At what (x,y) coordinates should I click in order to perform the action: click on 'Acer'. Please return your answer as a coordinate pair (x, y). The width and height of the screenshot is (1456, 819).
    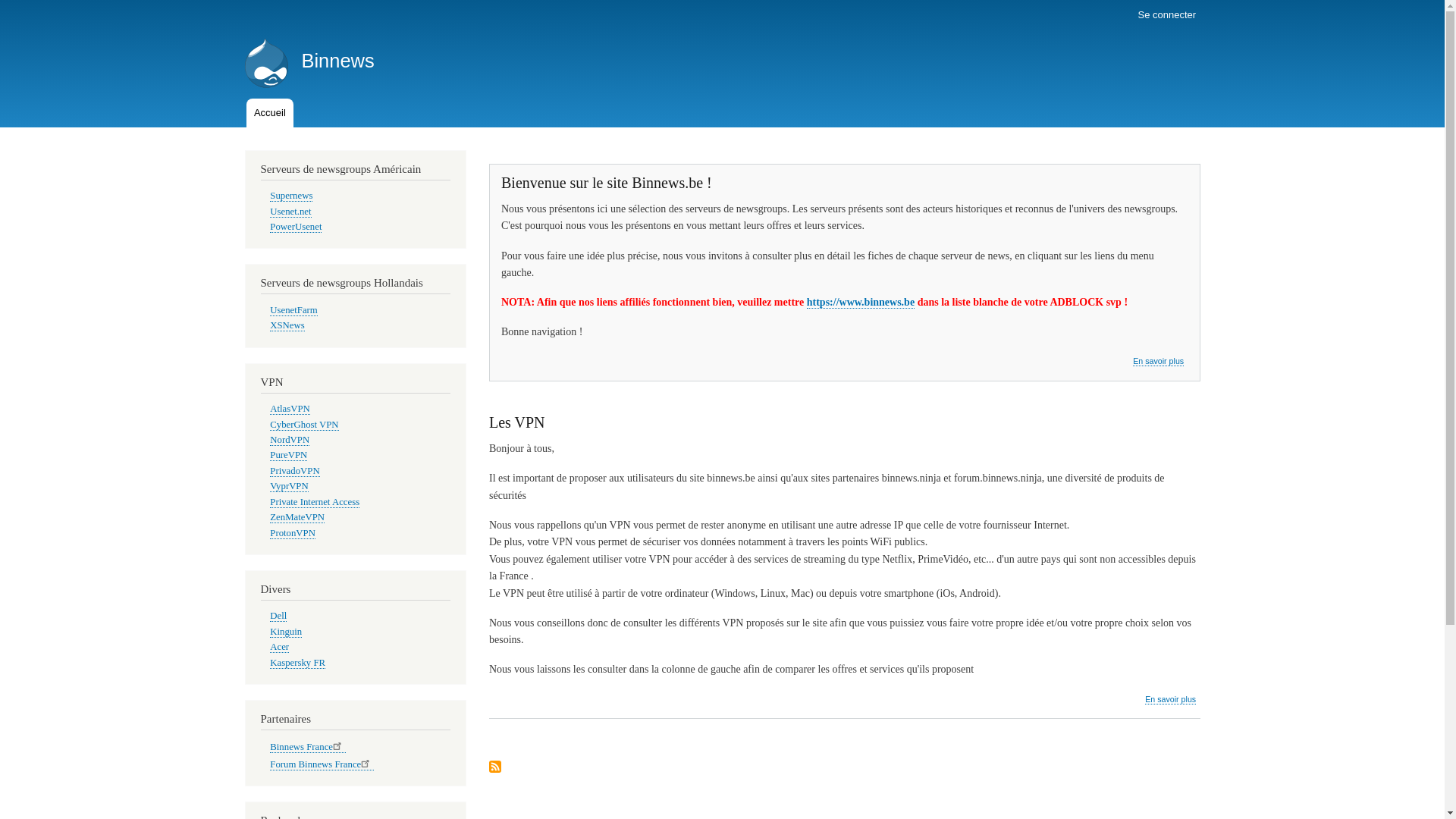
    Looking at the image, I should click on (269, 647).